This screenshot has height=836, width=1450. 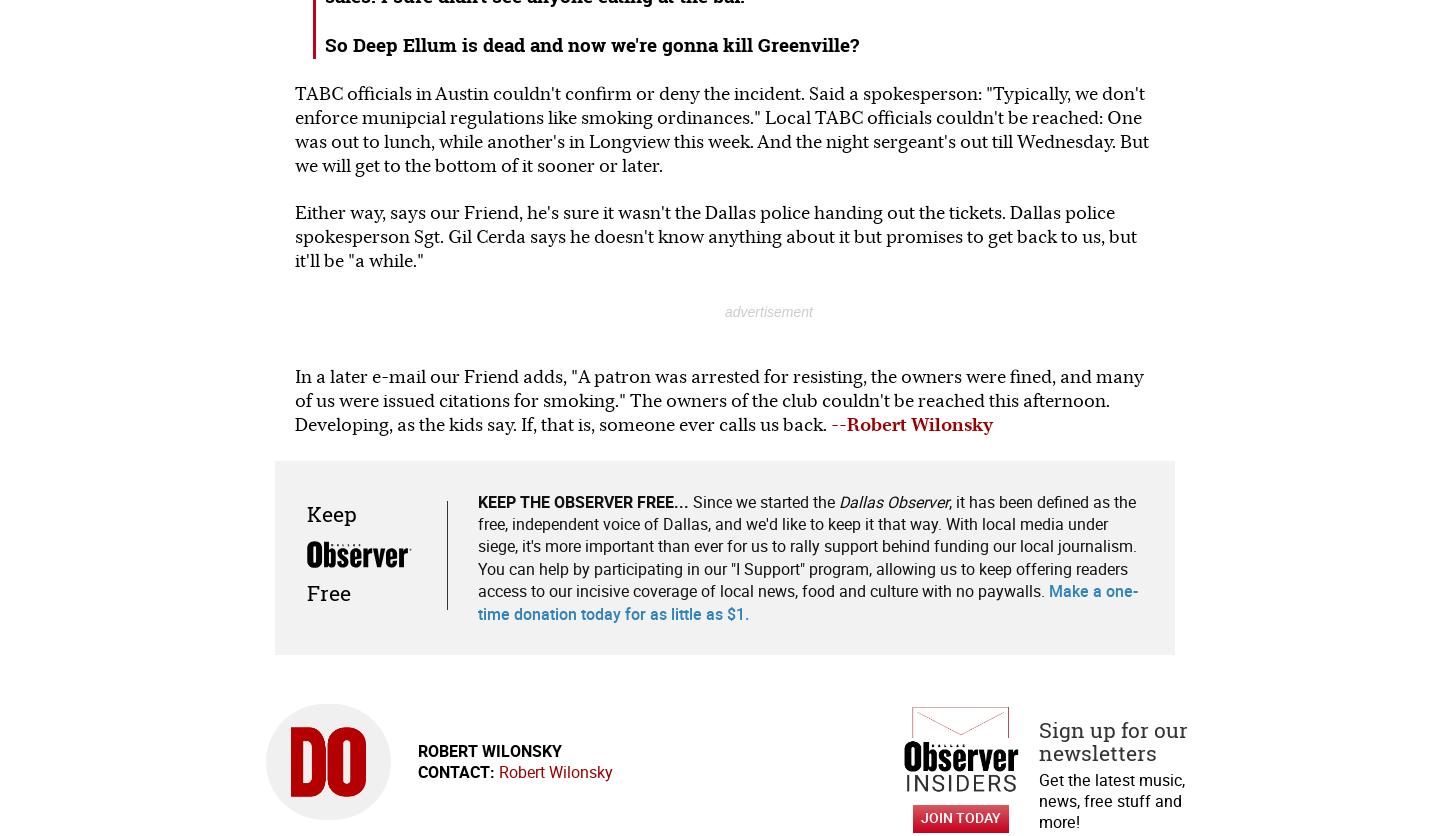 I want to click on 'Sign up for our newsletters', so click(x=1112, y=741).